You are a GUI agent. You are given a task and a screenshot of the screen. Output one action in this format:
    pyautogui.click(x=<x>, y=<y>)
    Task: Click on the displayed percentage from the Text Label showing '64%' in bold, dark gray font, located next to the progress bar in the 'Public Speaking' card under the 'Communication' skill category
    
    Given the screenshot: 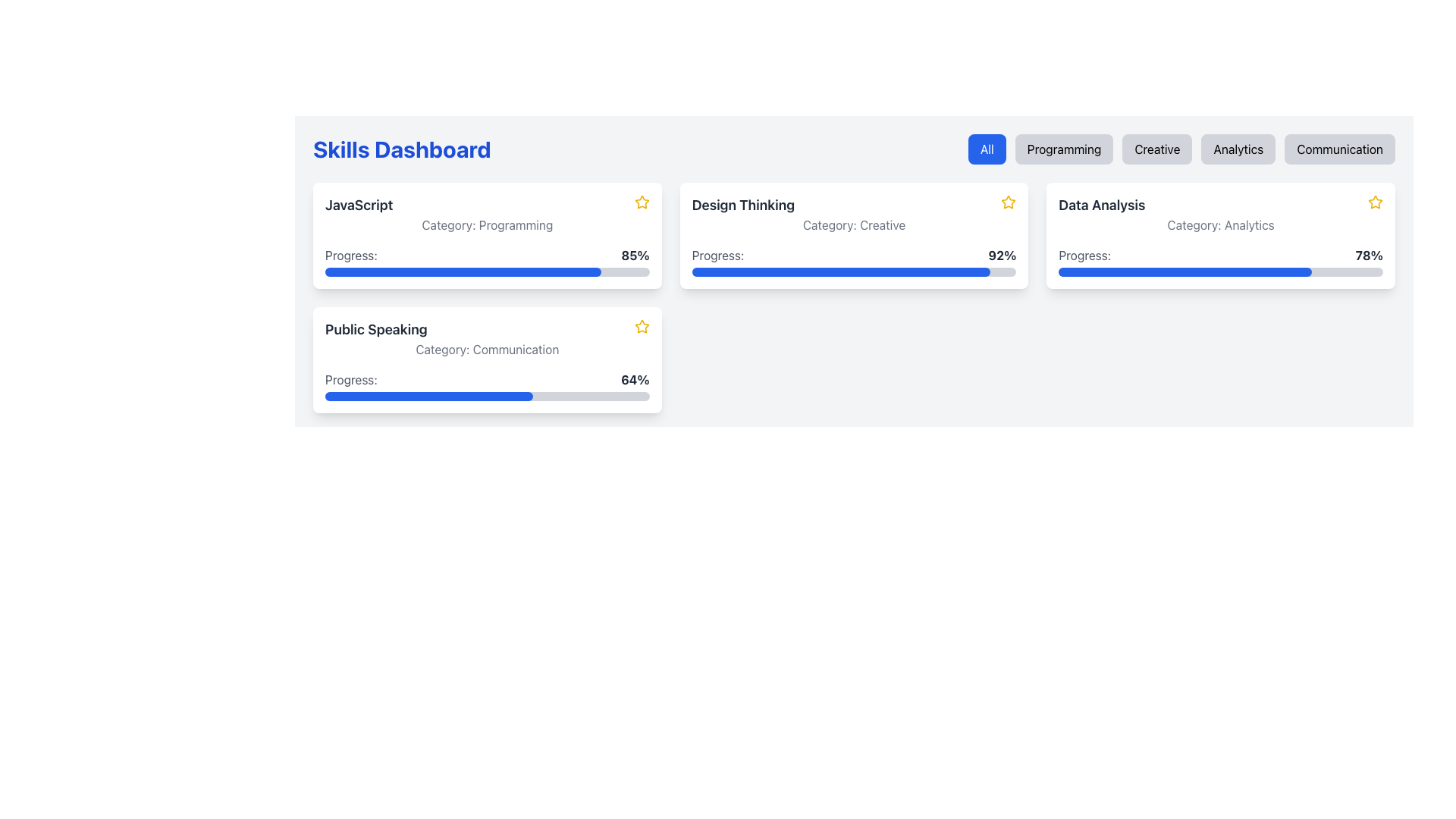 What is the action you would take?
    pyautogui.click(x=635, y=379)
    